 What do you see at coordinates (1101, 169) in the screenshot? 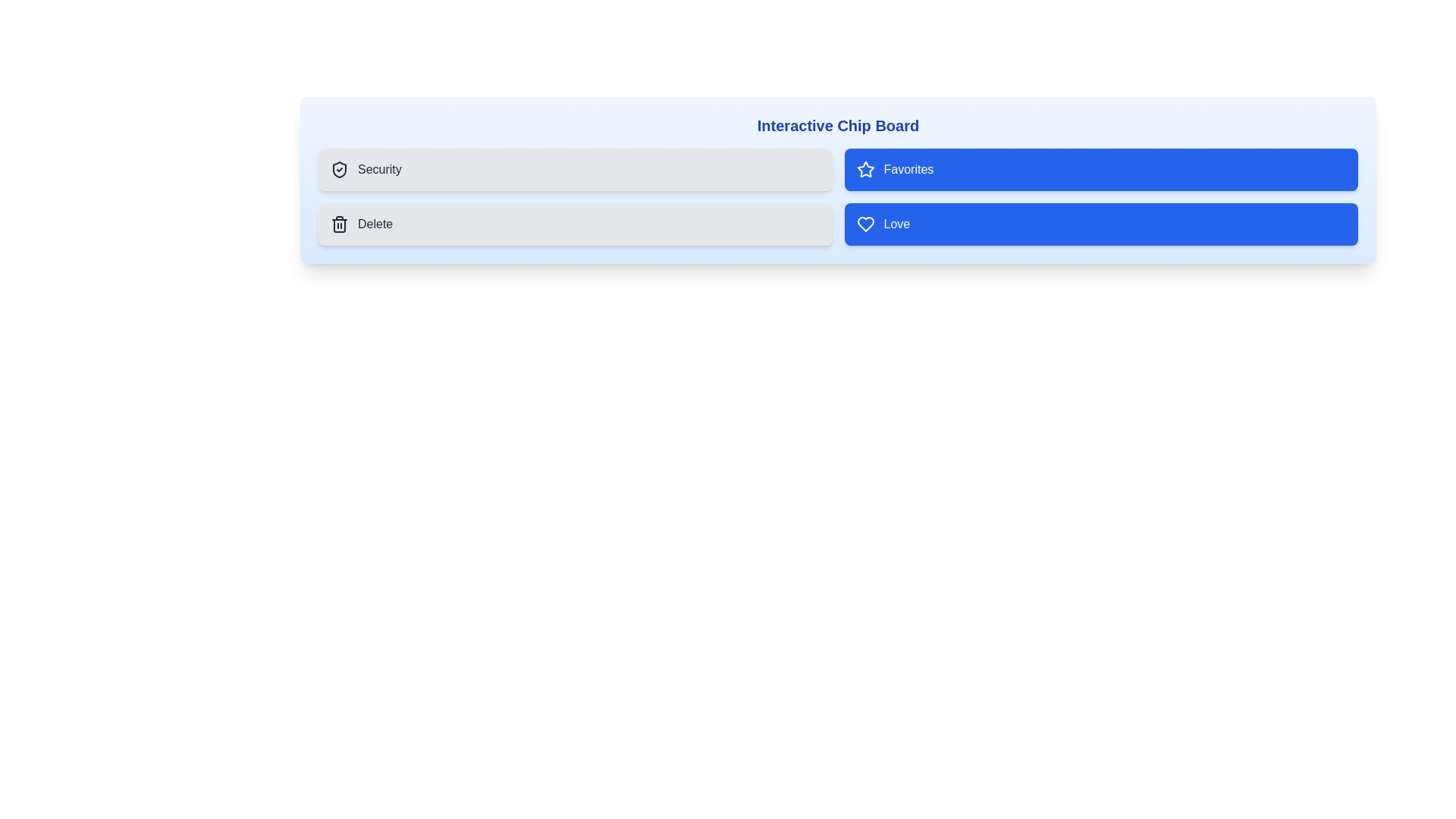
I see `the chip labeled Favorites to toggle its active state` at bounding box center [1101, 169].